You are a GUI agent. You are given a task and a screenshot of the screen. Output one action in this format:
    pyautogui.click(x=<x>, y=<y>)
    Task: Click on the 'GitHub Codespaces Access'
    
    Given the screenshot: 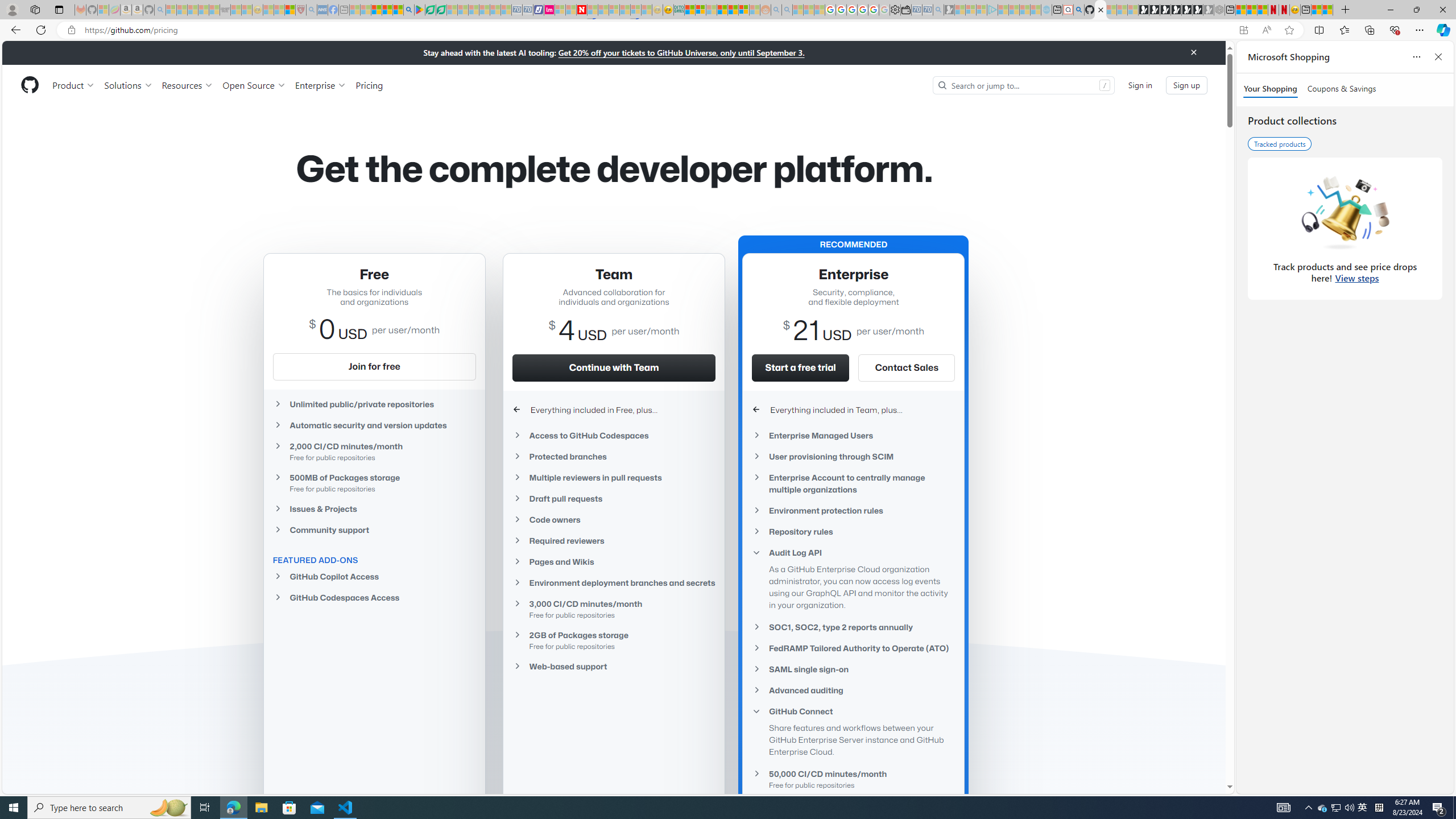 What is the action you would take?
    pyautogui.click(x=373, y=597)
    